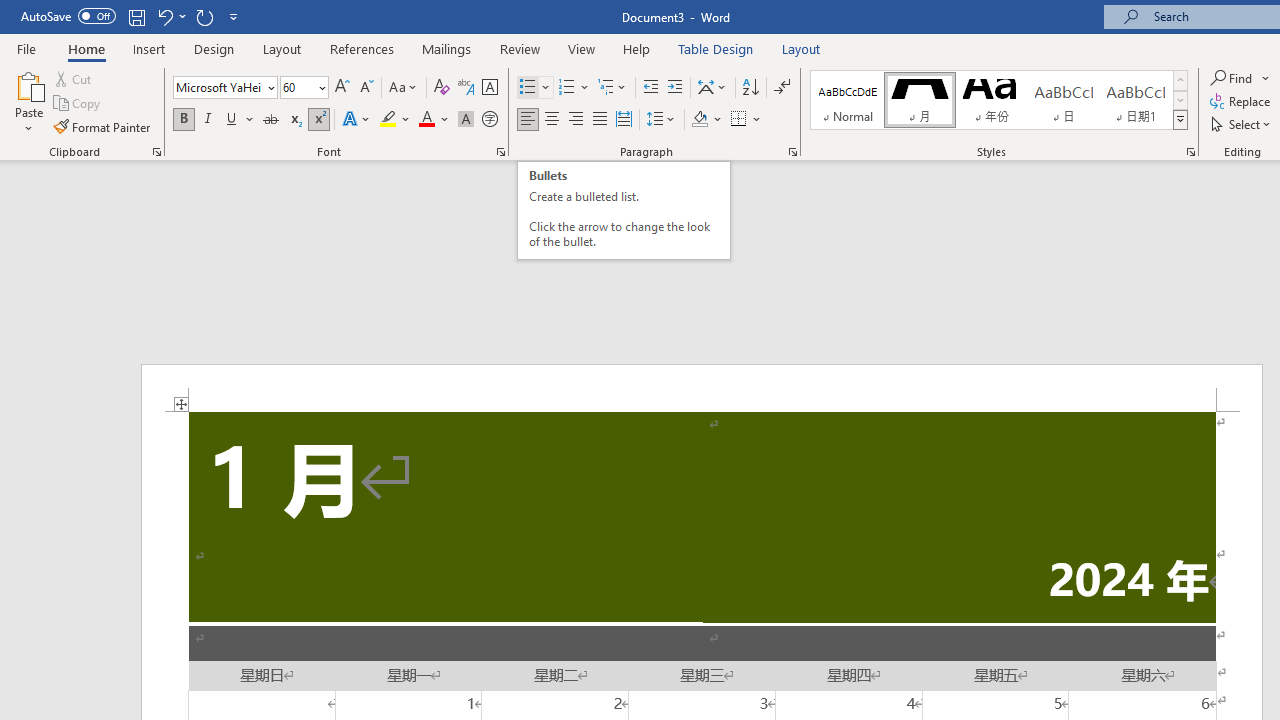 Image resolution: width=1280 pixels, height=720 pixels. Describe the element at coordinates (749, 86) in the screenshot. I see `'Sort...'` at that location.